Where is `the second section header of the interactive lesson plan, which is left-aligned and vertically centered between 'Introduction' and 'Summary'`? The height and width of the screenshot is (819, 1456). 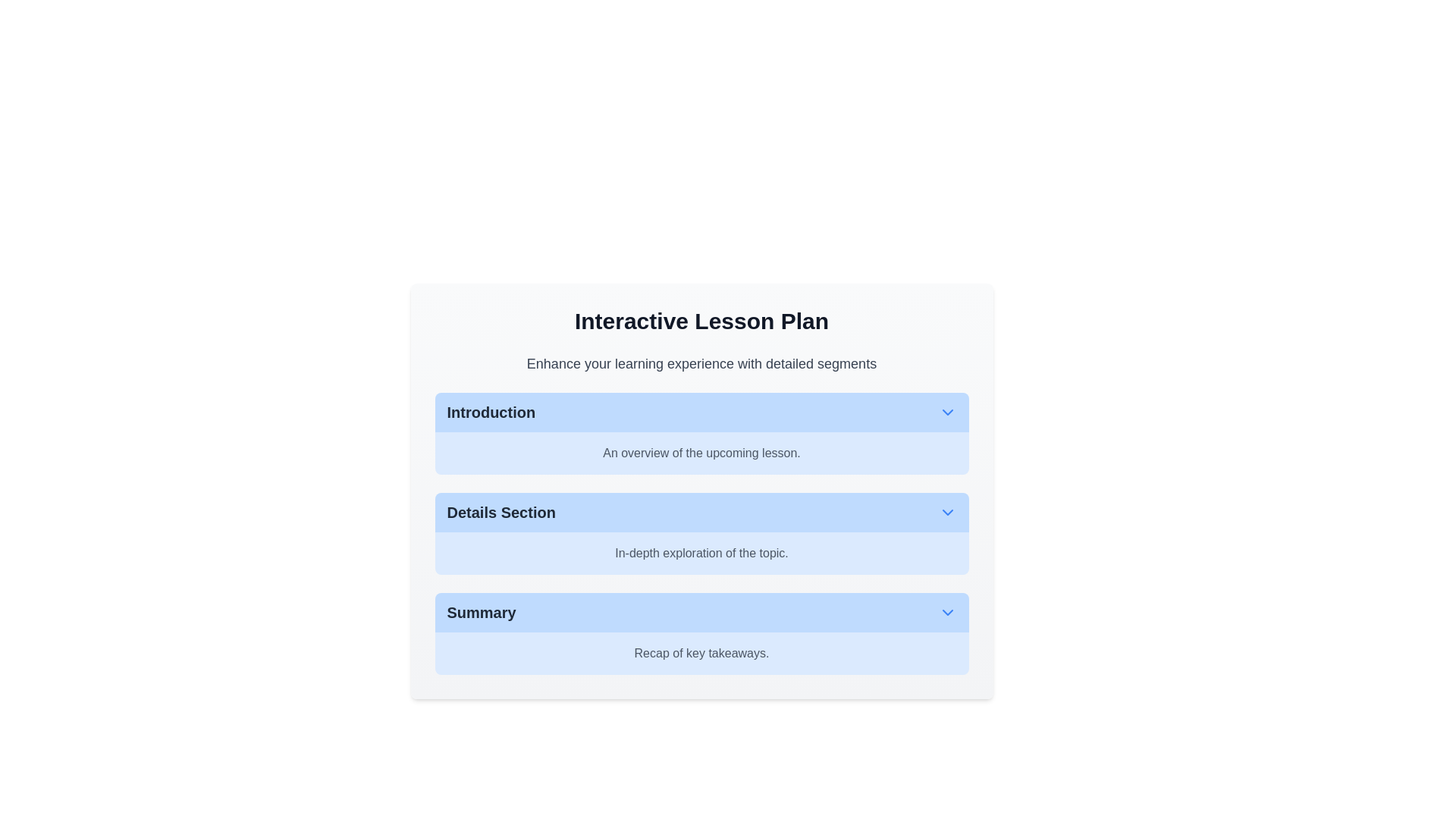 the second section header of the interactive lesson plan, which is left-aligned and vertically centered between 'Introduction' and 'Summary' is located at coordinates (501, 512).